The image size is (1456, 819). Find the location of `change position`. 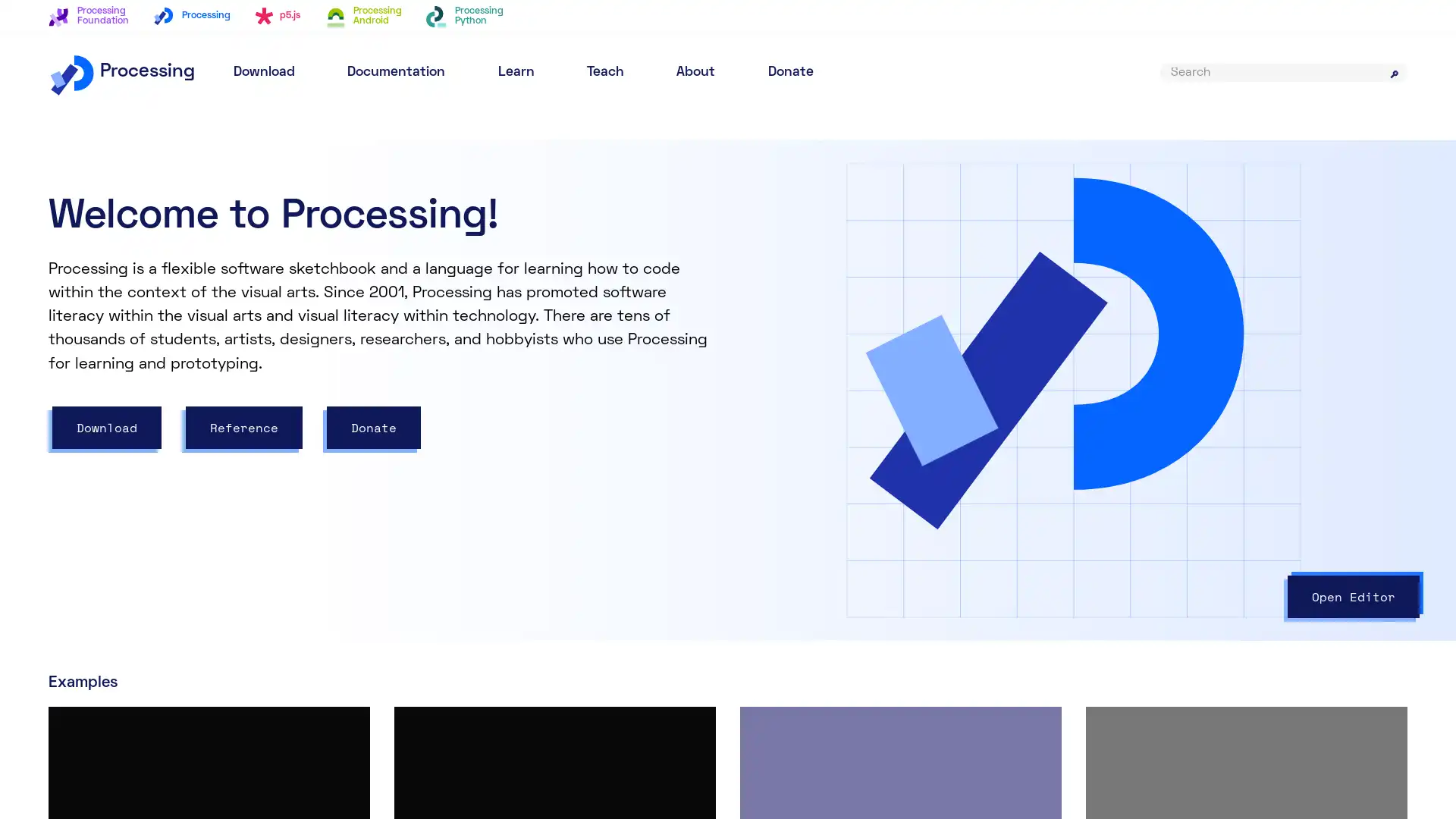

change position is located at coordinates (871, 363).